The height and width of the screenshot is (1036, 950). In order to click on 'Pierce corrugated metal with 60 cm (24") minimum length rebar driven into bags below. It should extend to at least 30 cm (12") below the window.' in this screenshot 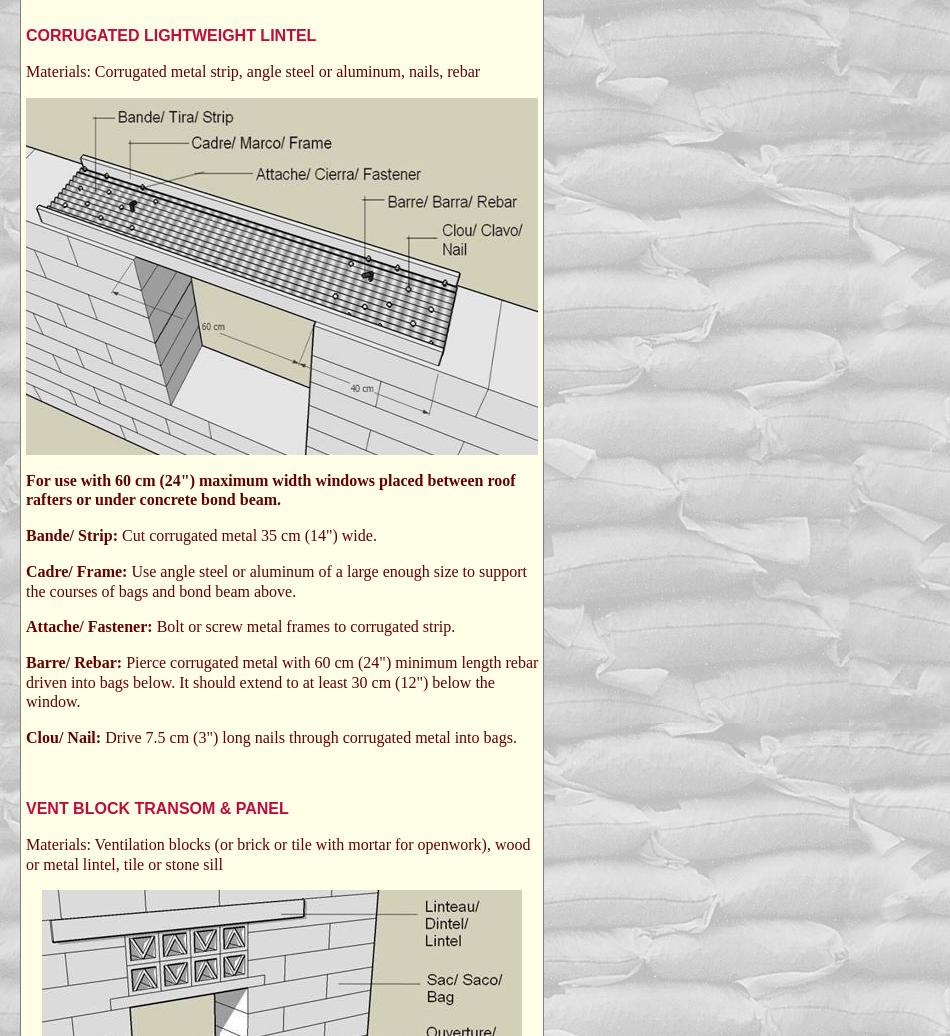, I will do `click(280, 681)`.